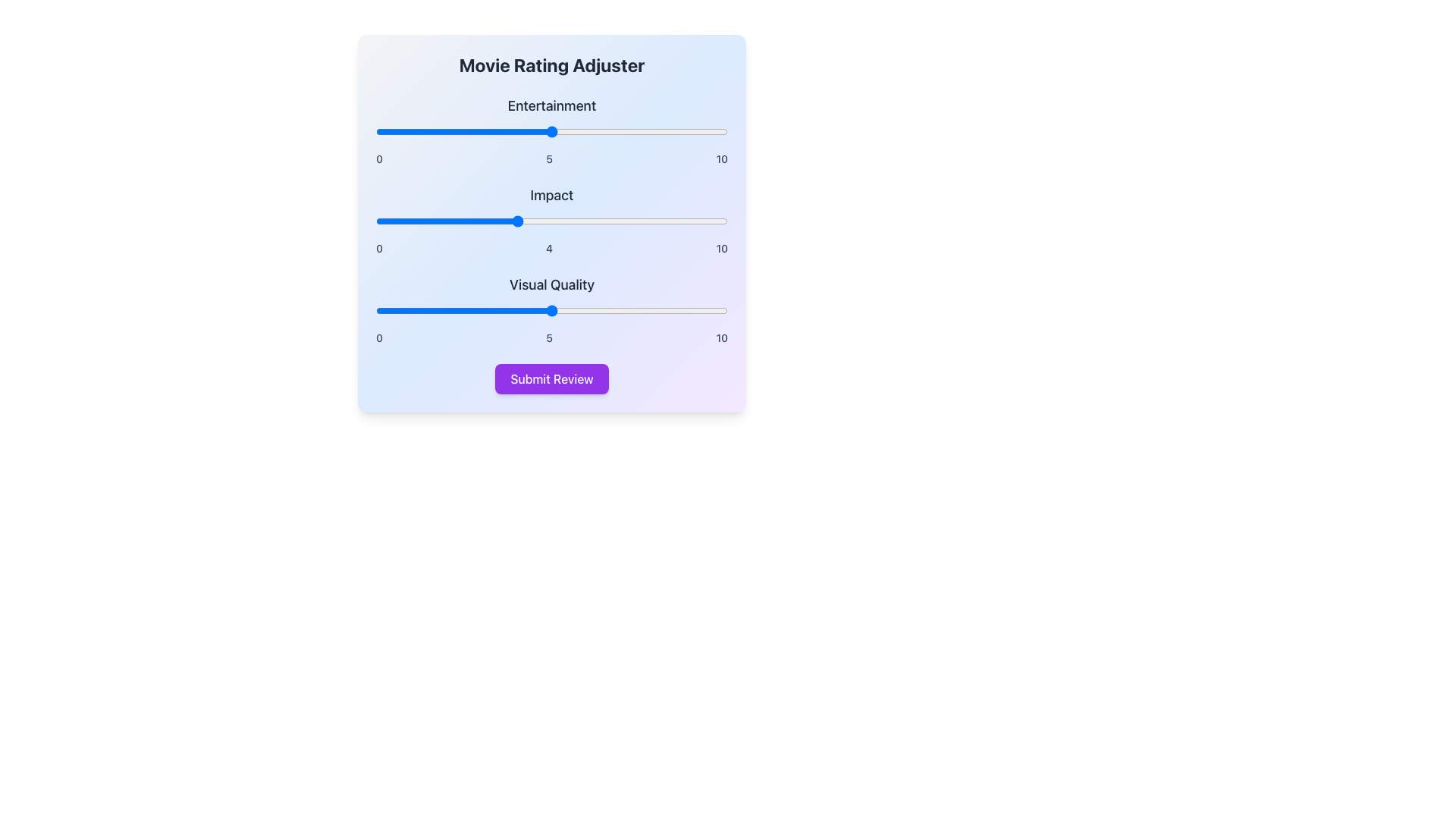 This screenshot has height=819, width=1456. Describe the element at coordinates (481, 309) in the screenshot. I see `Visual Quality` at that location.